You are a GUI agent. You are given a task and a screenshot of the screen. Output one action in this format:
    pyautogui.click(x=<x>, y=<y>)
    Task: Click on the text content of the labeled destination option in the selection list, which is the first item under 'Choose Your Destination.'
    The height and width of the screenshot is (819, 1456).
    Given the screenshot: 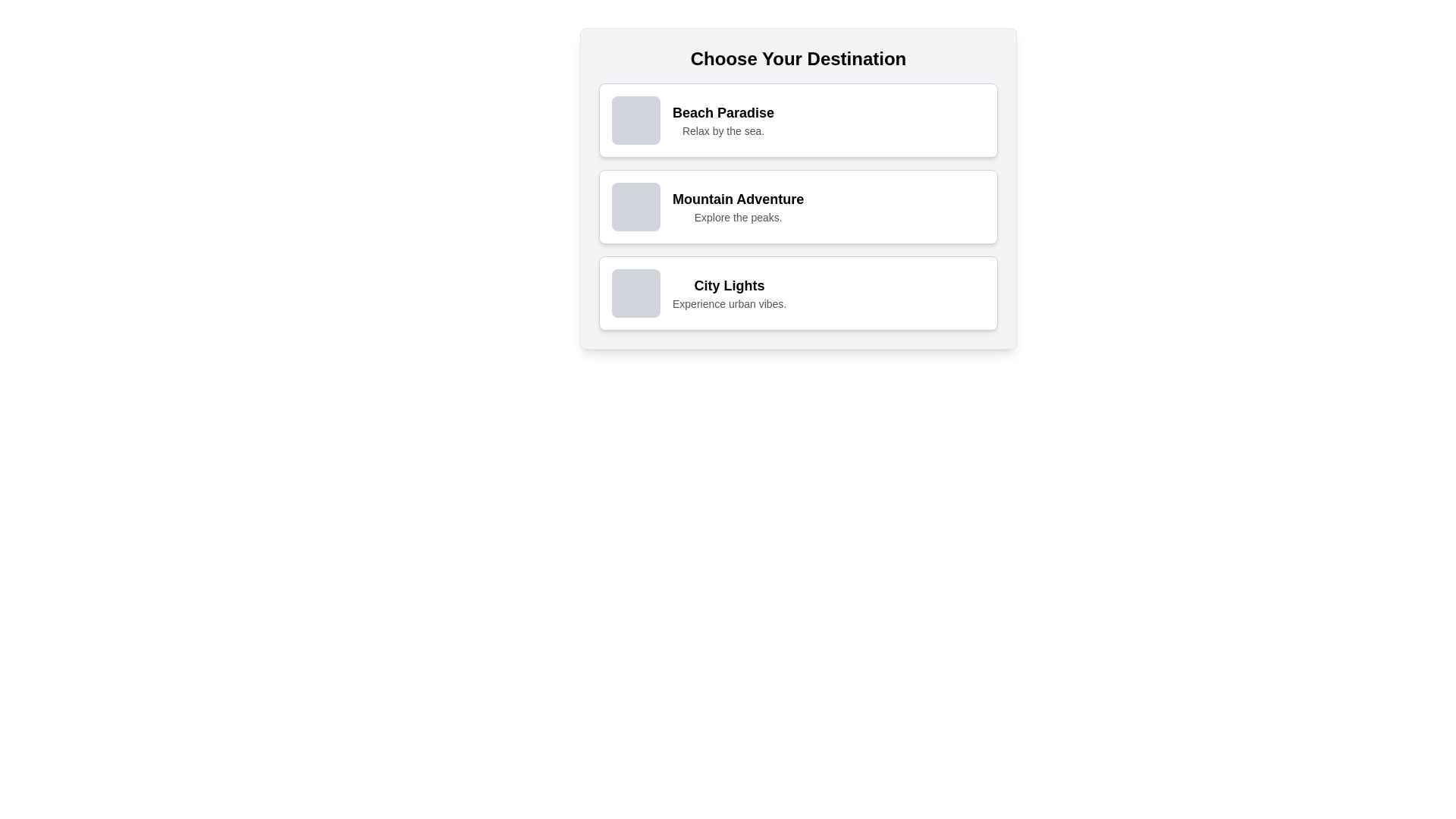 What is the action you would take?
    pyautogui.click(x=723, y=119)
    